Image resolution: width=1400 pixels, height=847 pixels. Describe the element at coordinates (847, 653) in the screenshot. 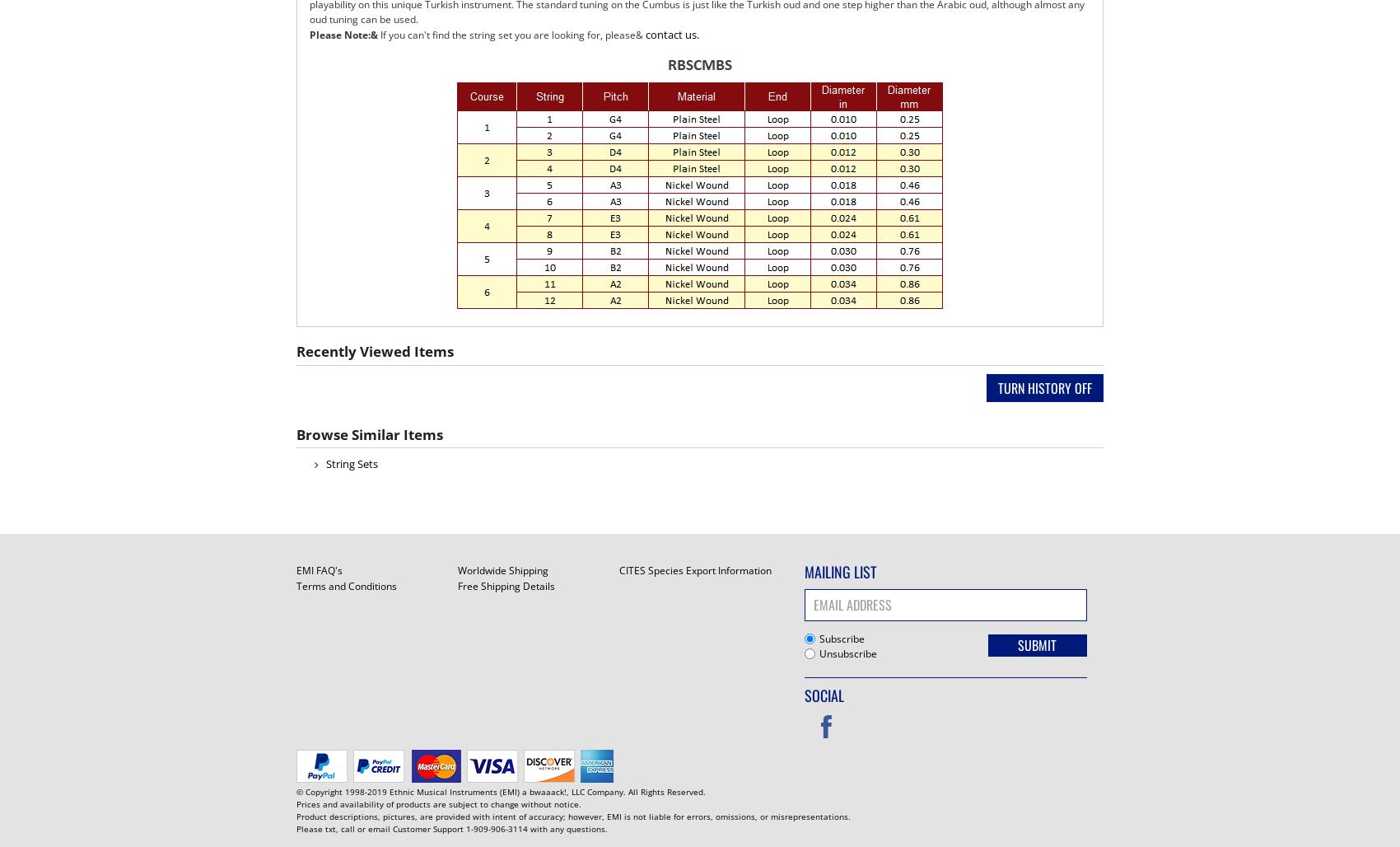

I see `'Unsubscribe'` at that location.